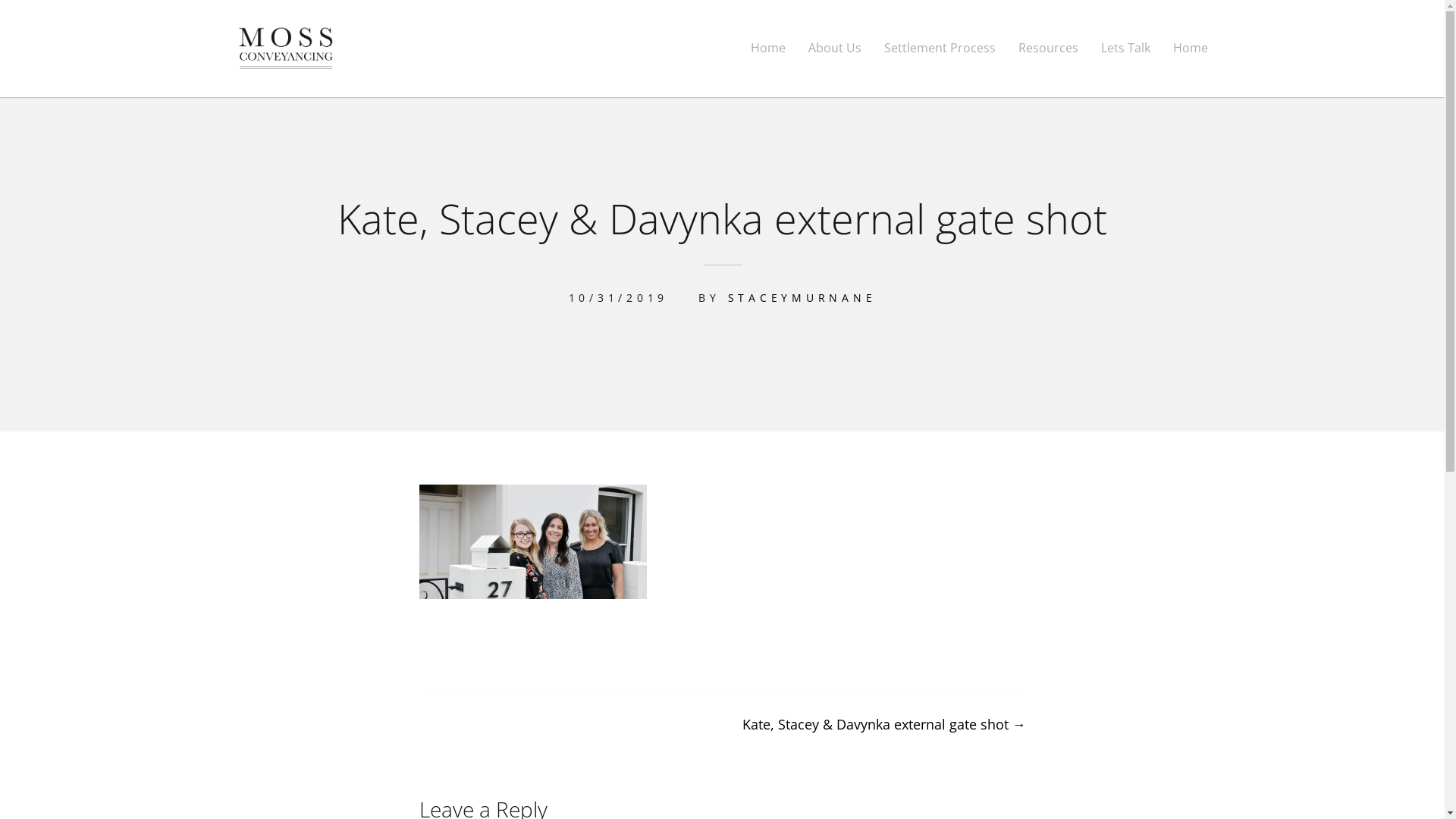  Describe the element at coordinates (1100, 47) in the screenshot. I see `'Lets Talk'` at that location.